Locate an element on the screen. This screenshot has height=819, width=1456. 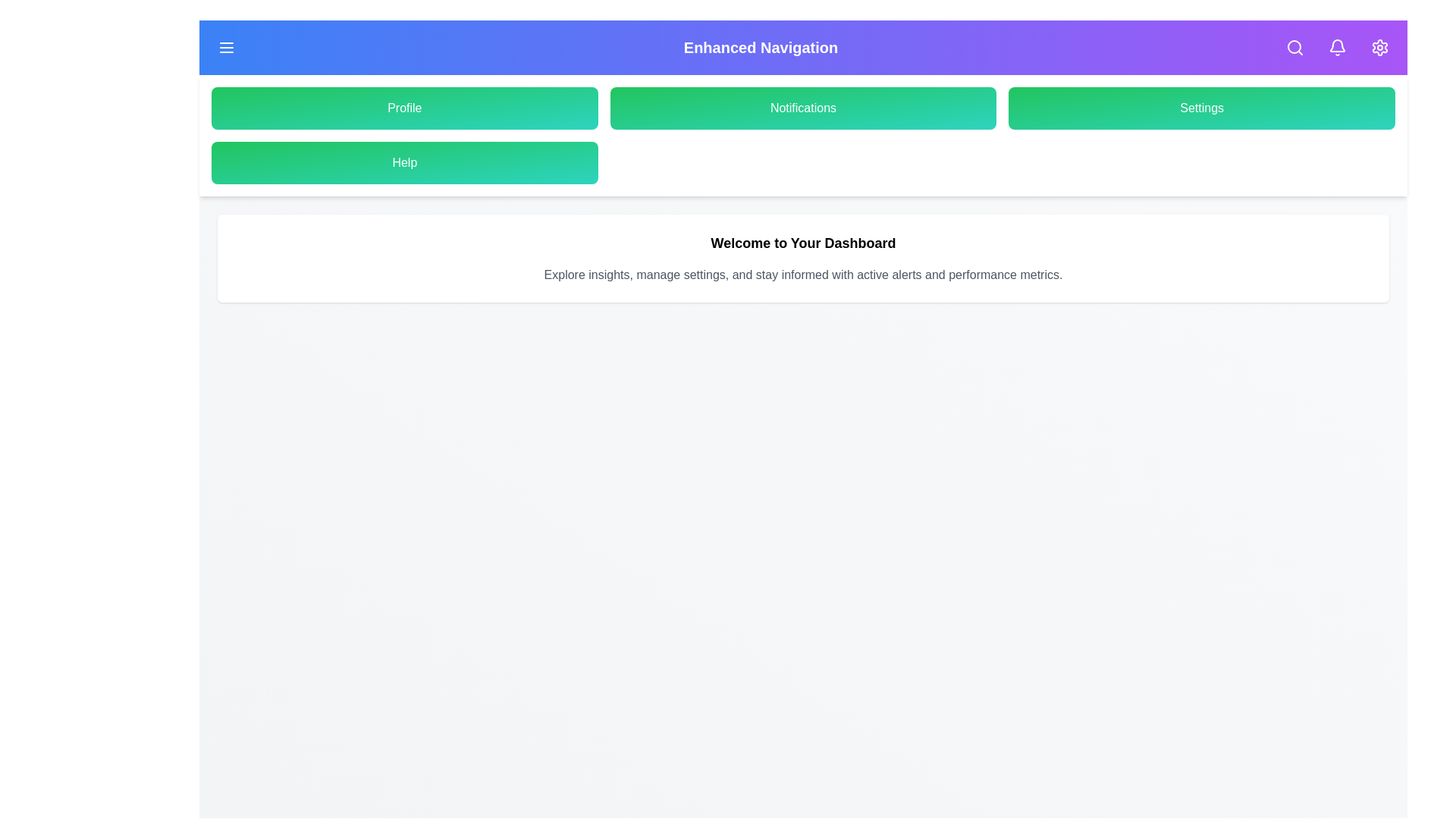
the notifications icon in the header is located at coordinates (1337, 46).